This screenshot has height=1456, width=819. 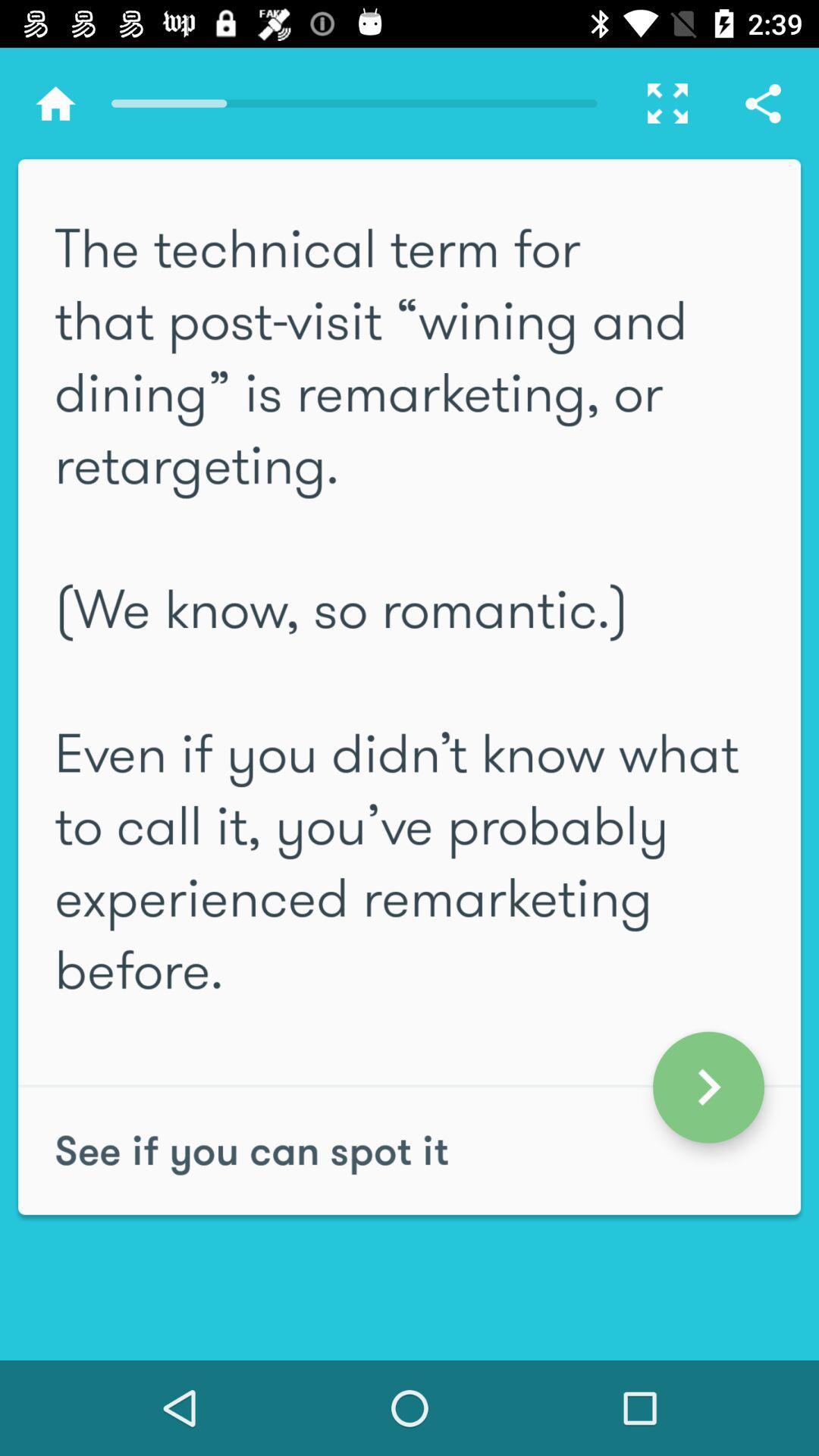 What do you see at coordinates (55, 102) in the screenshot?
I see `the home icon` at bounding box center [55, 102].